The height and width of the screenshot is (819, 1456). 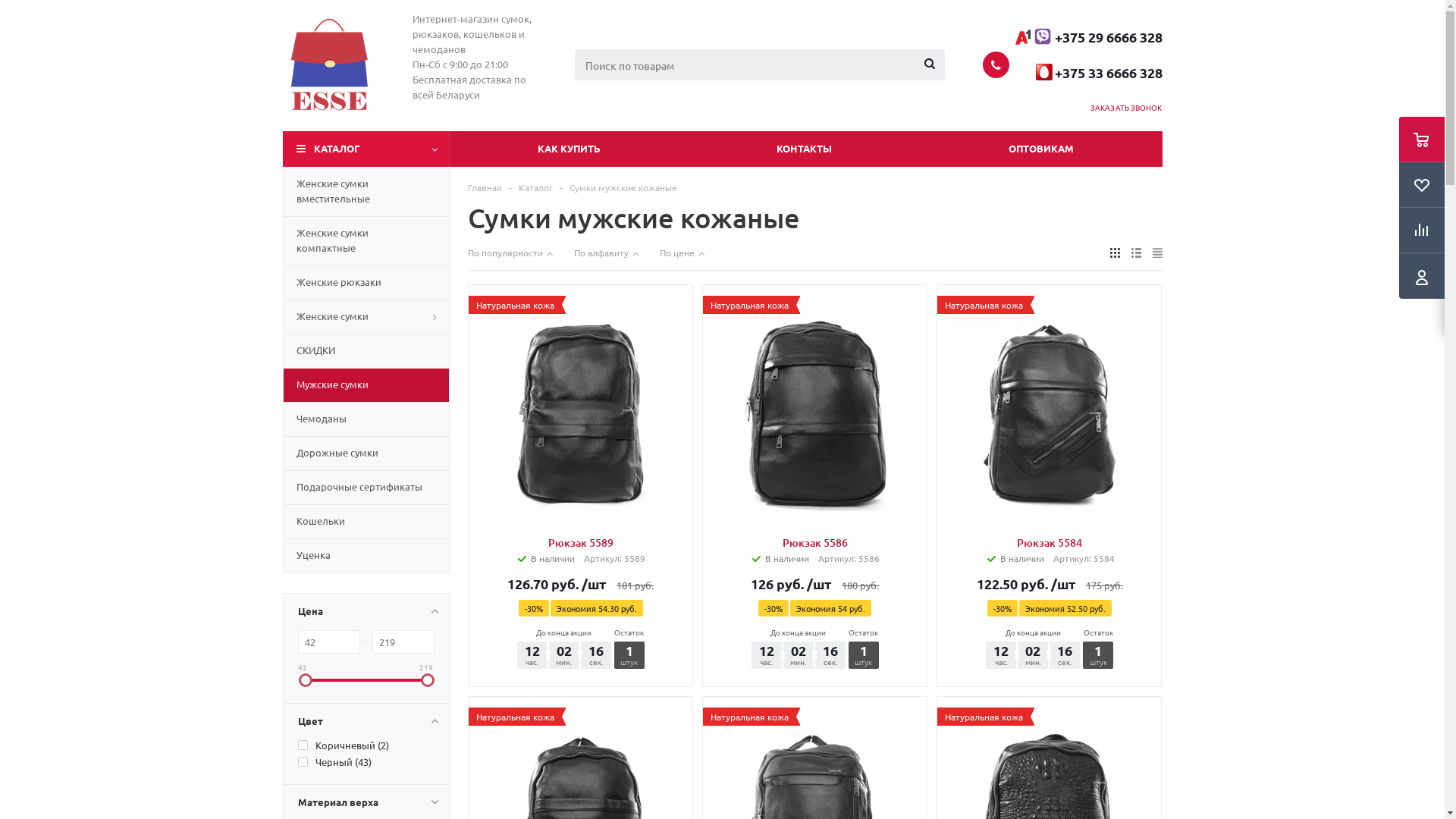 I want to click on 'EcJhZMaWkAAnaJc.jpg', so click(x=1022, y=35).